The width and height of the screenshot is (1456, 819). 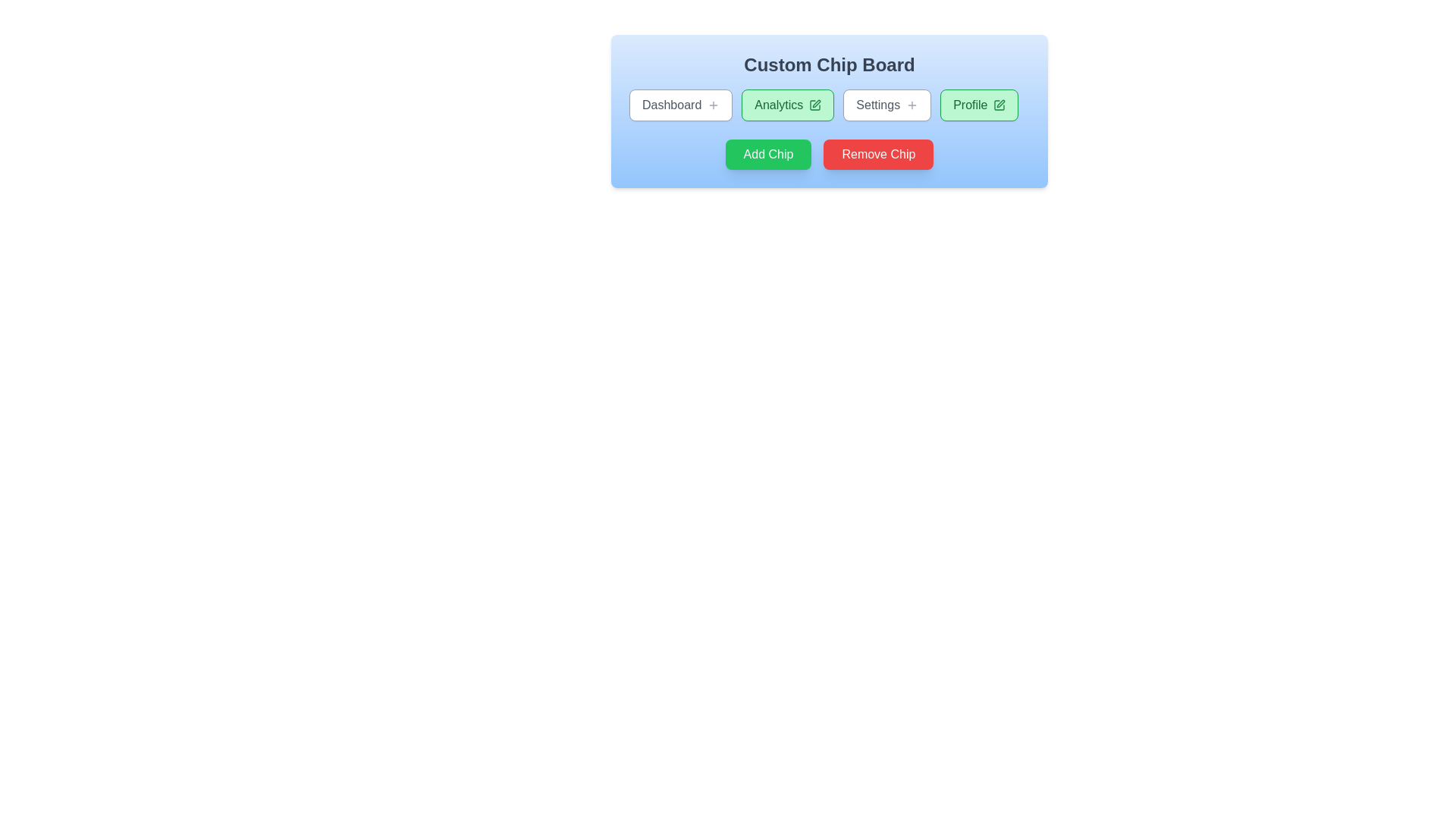 What do you see at coordinates (979, 104) in the screenshot?
I see `the chip labeled 'Profile'` at bounding box center [979, 104].